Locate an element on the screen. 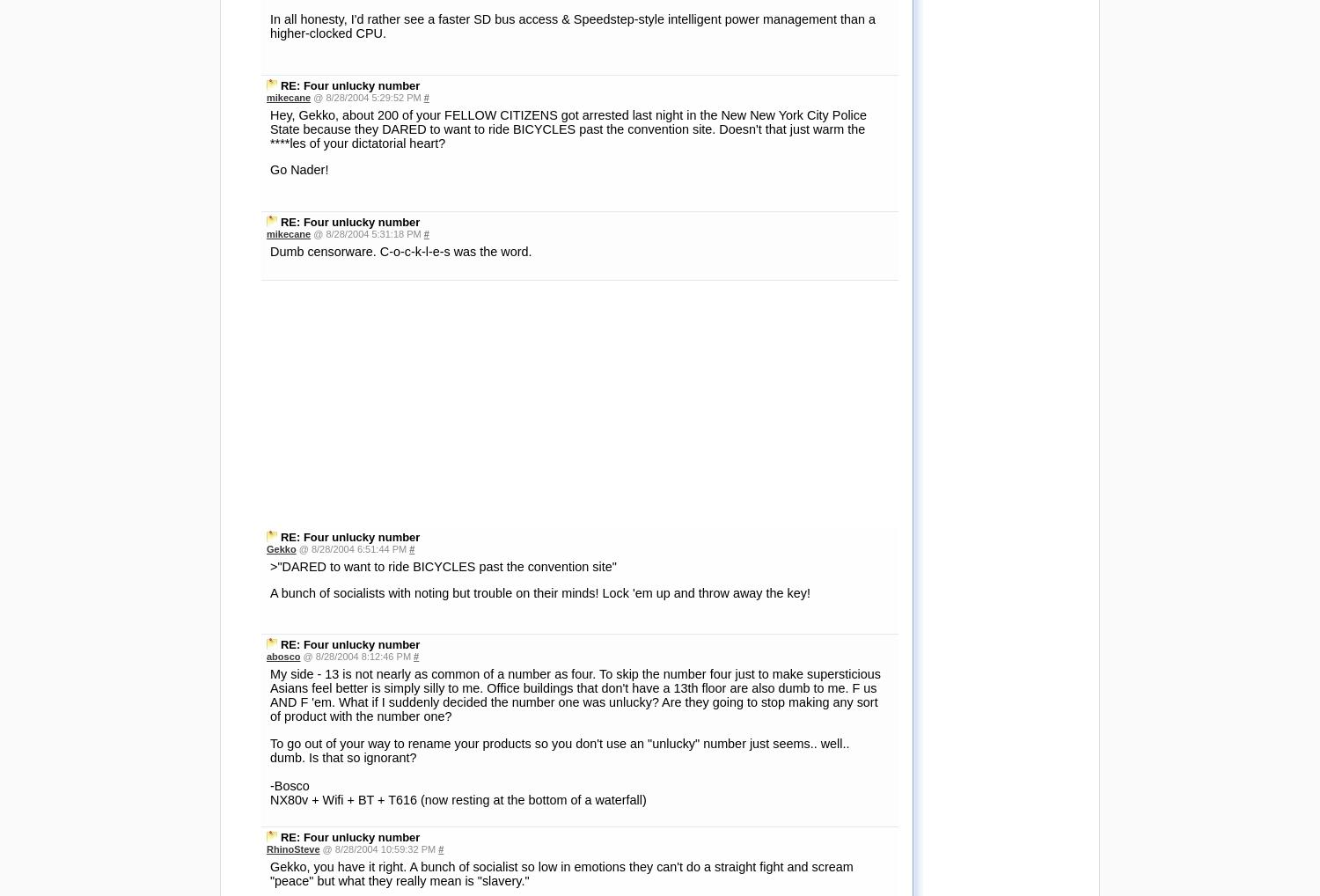  'I guess I don't see it as Palm going out of their way. It costs them nothing to call it the T5 instead of the T4, other than the wrath of pundits like us. It may not bring them the riches of Everest, but it surely doesn't hurt, so why not?' is located at coordinates (569, 730).